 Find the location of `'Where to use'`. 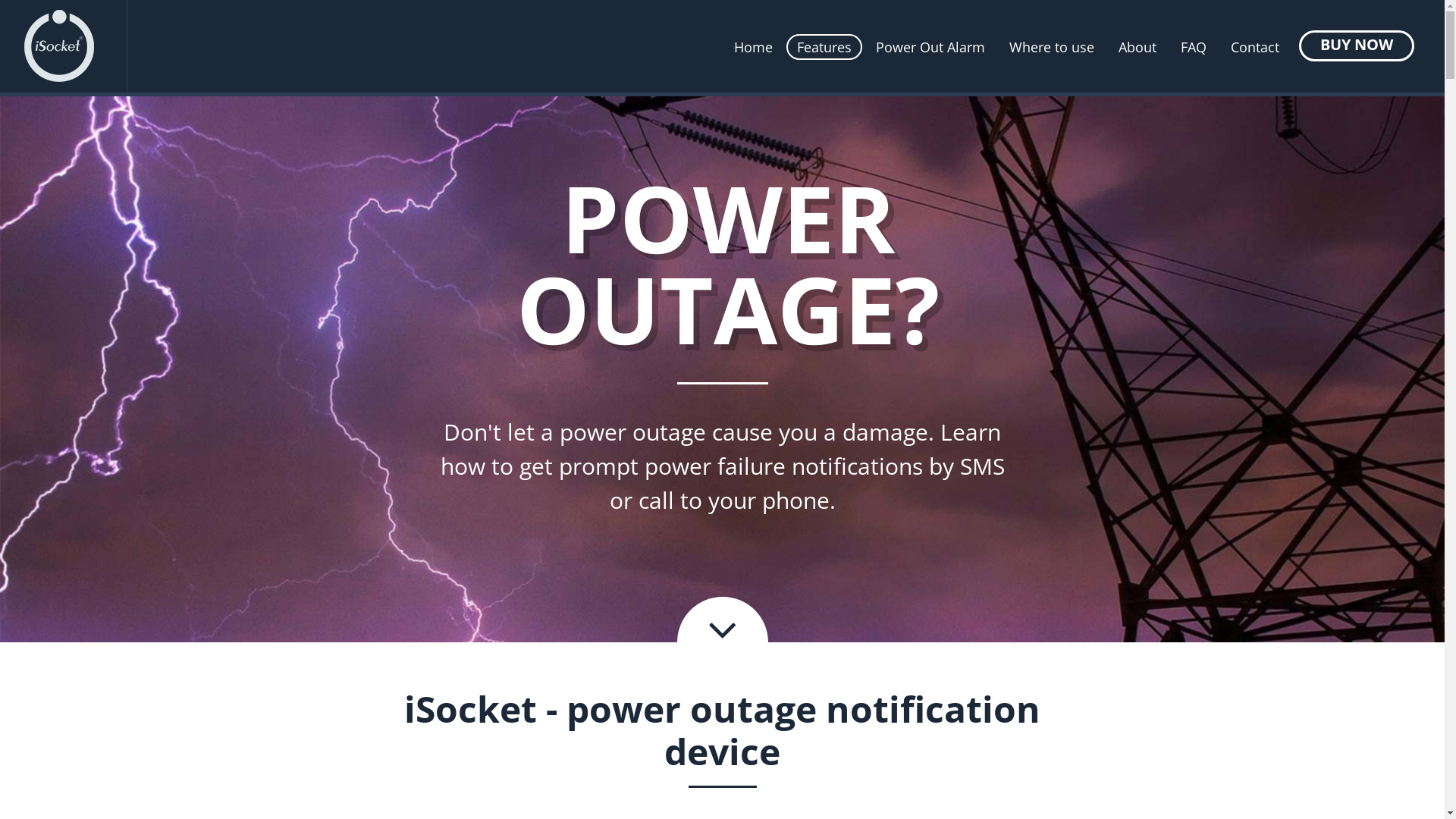

'Where to use' is located at coordinates (1051, 45).